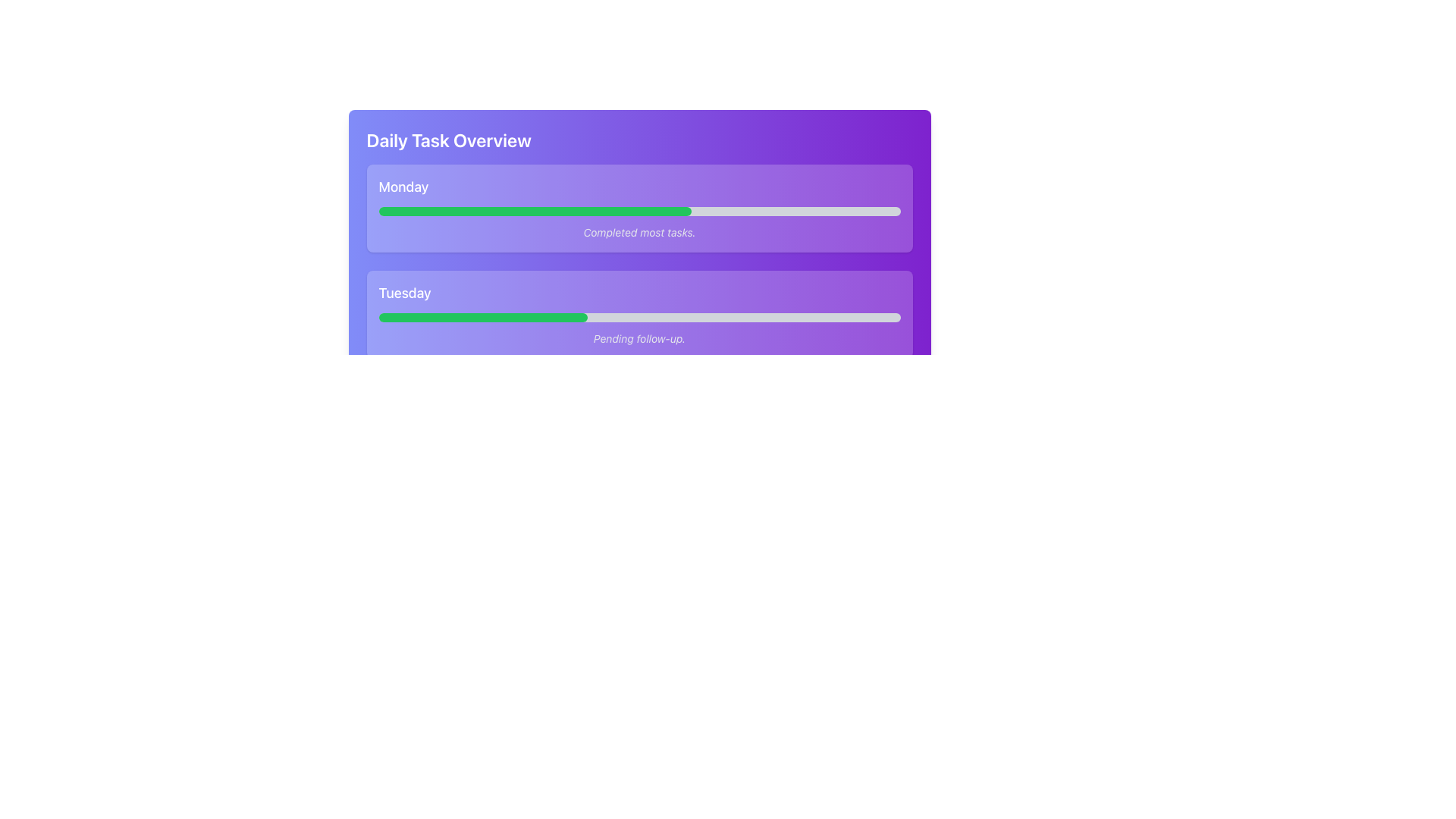  What do you see at coordinates (639, 233) in the screenshot?
I see `the static text that reads 'Completed most tasks' styled in italic light gray, located below the progress bar in the 'Monday' task block` at bounding box center [639, 233].